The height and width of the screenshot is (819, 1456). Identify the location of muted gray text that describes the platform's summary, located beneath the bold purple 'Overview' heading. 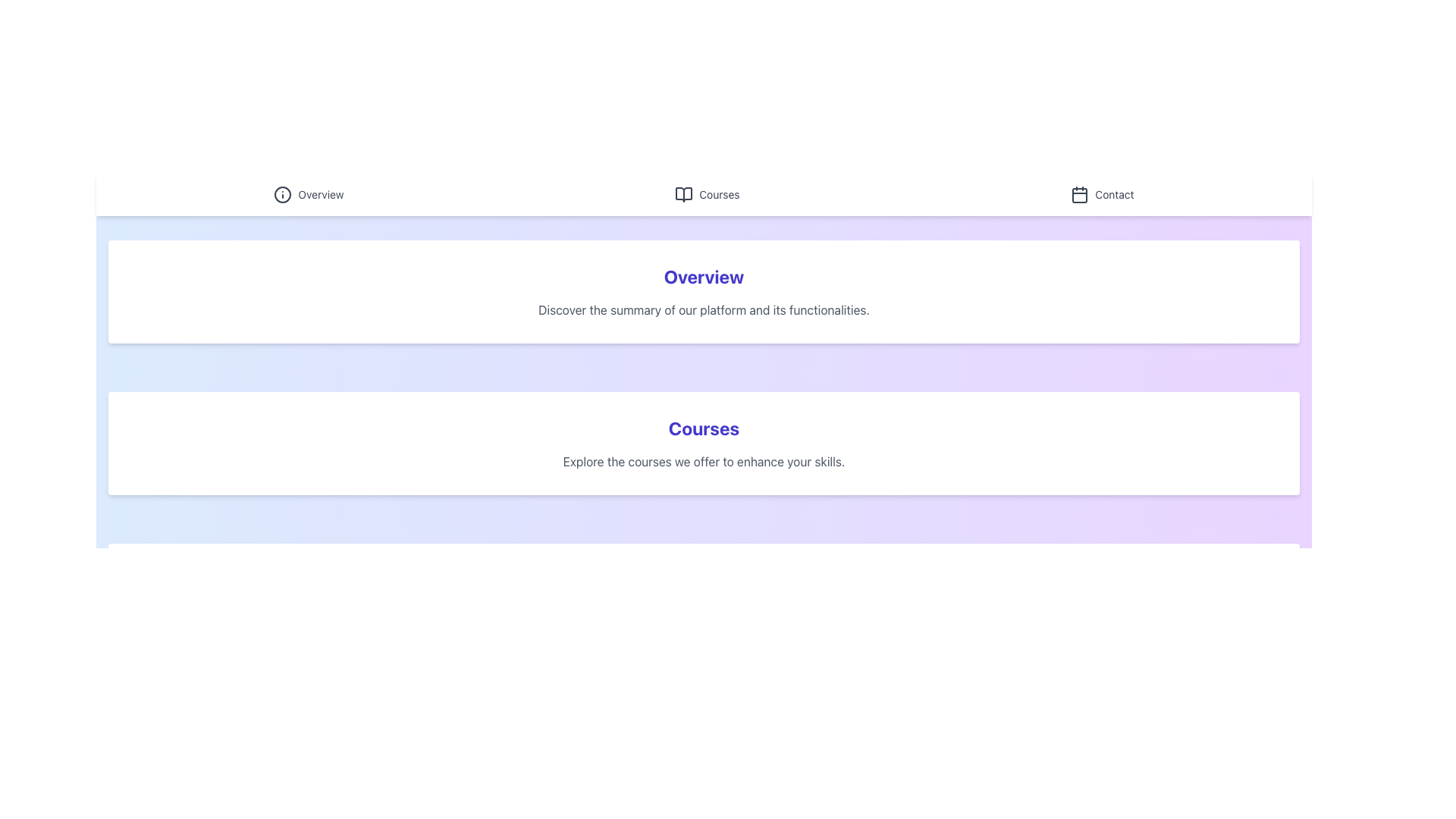
(703, 309).